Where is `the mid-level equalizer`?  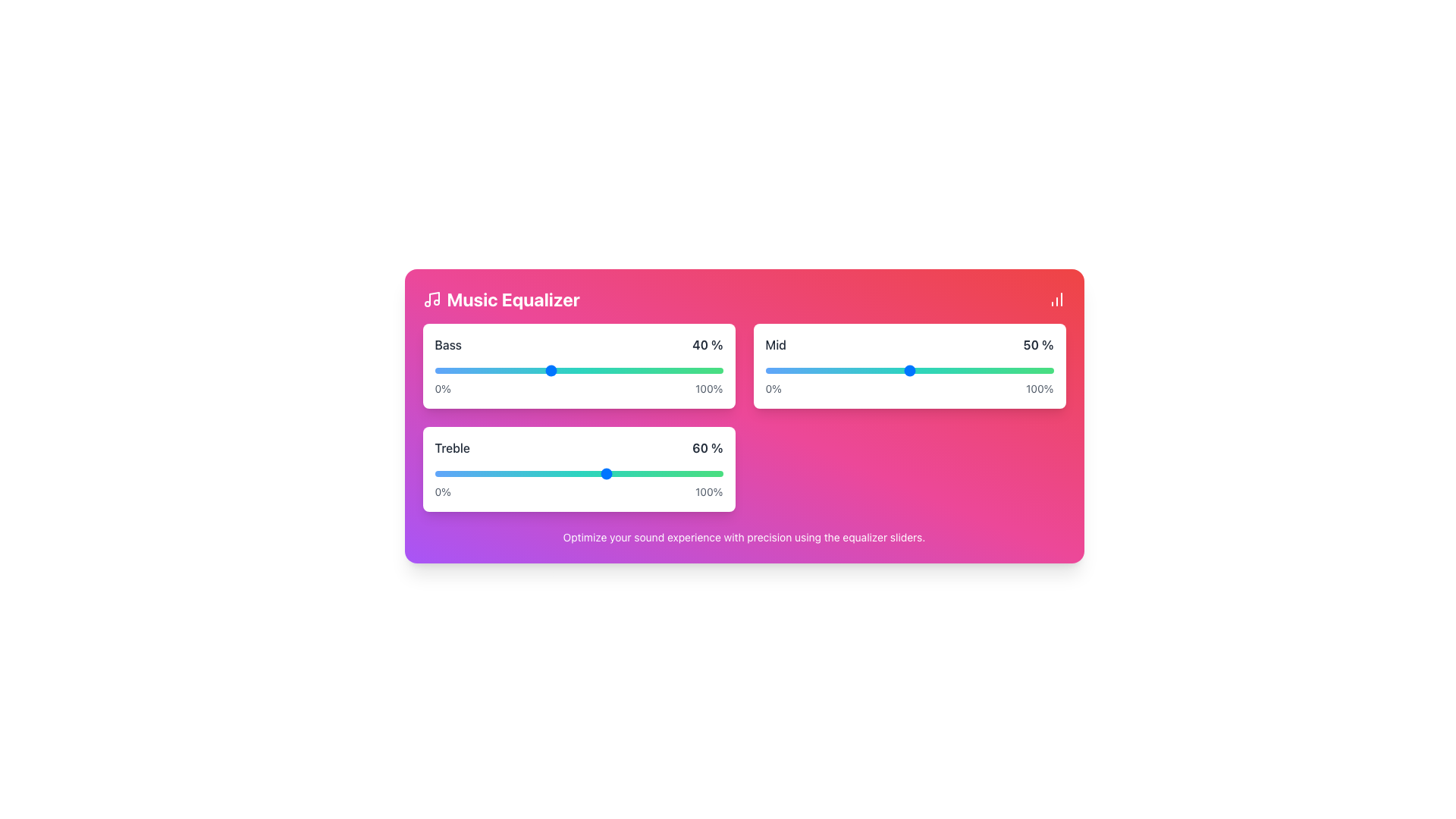 the mid-level equalizer is located at coordinates (765, 371).